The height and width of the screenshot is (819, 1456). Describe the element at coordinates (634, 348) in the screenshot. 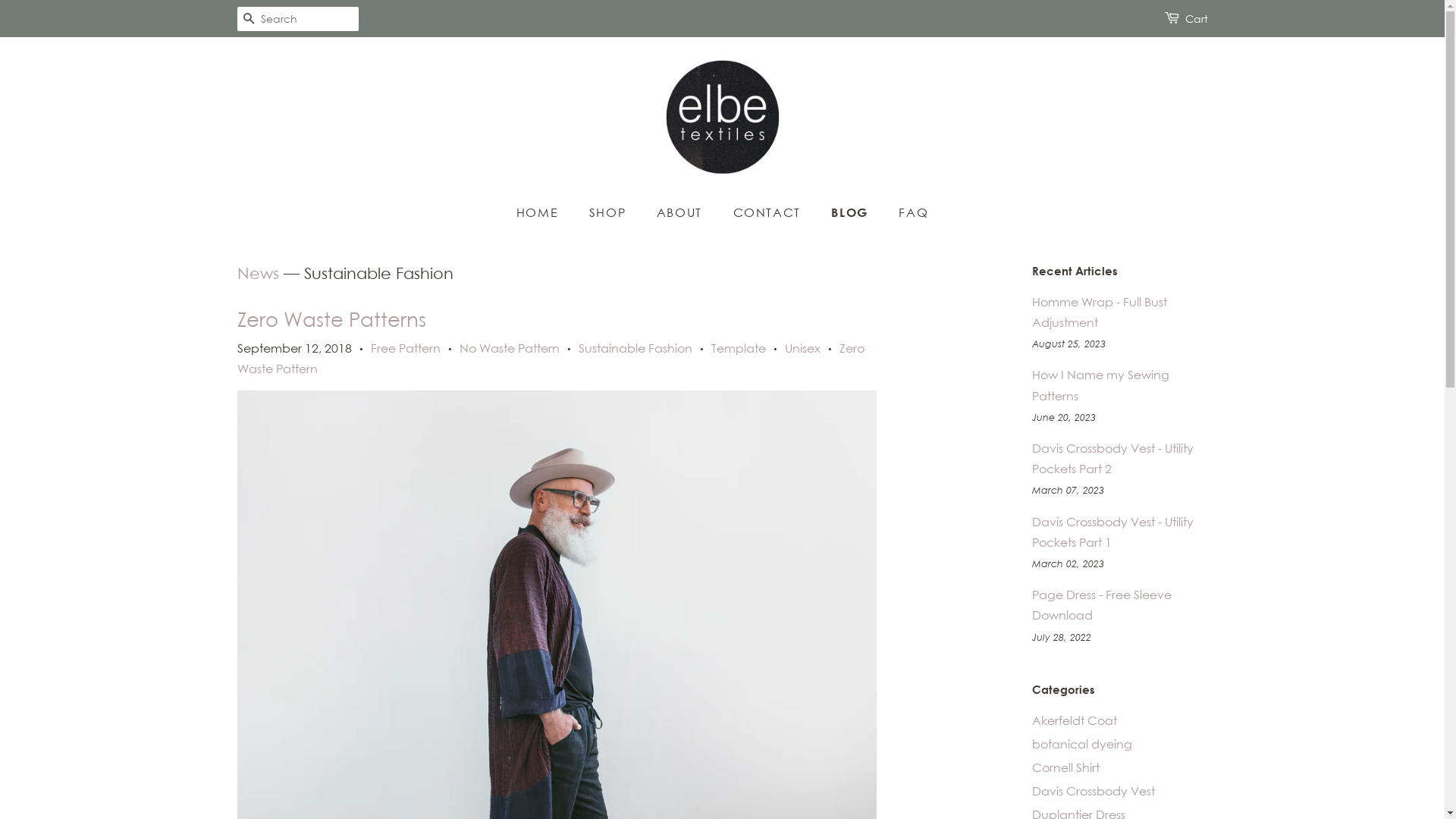

I see `'Sustainable Fashion'` at that location.